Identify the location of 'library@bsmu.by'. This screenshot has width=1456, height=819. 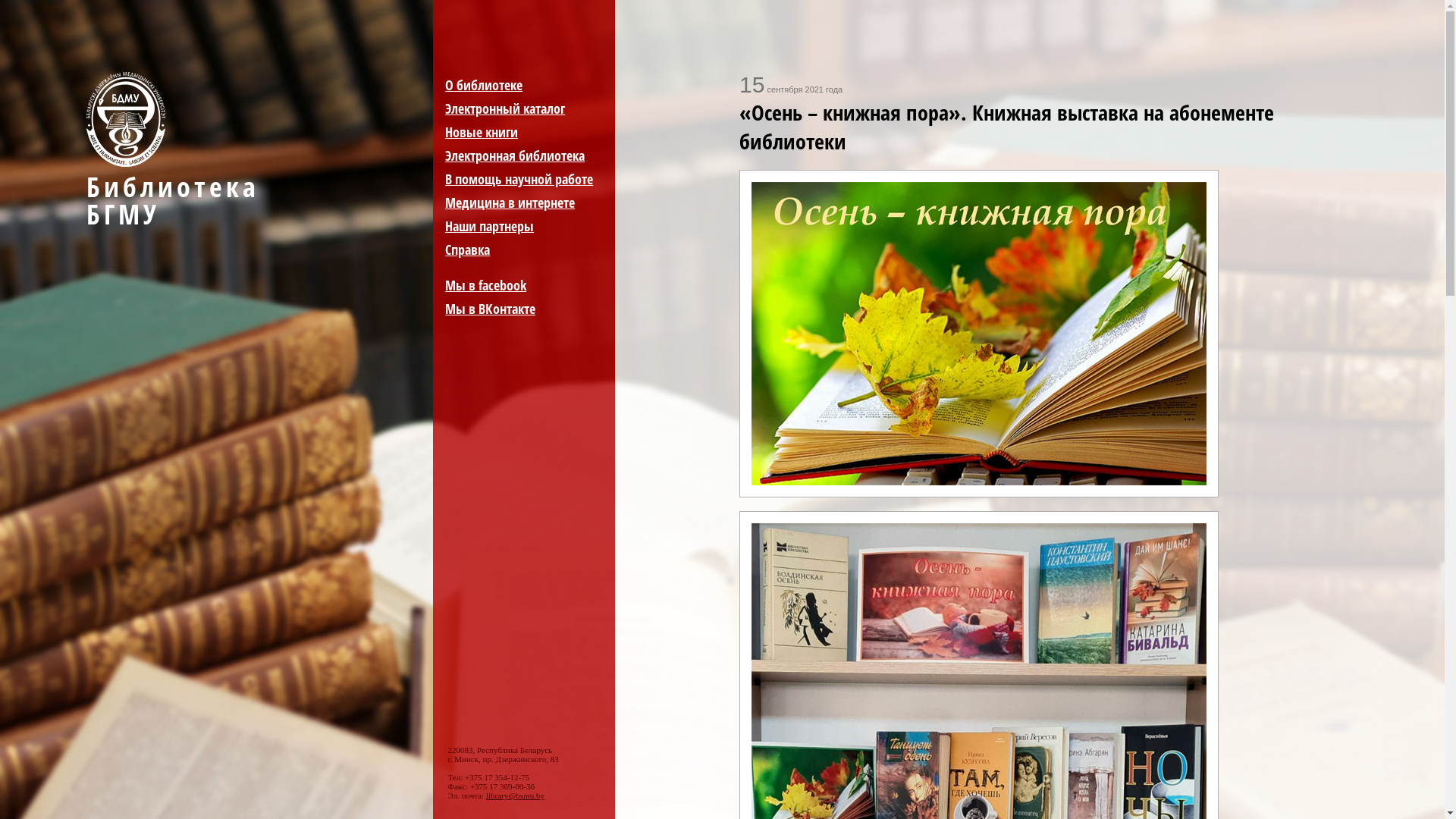
(515, 795).